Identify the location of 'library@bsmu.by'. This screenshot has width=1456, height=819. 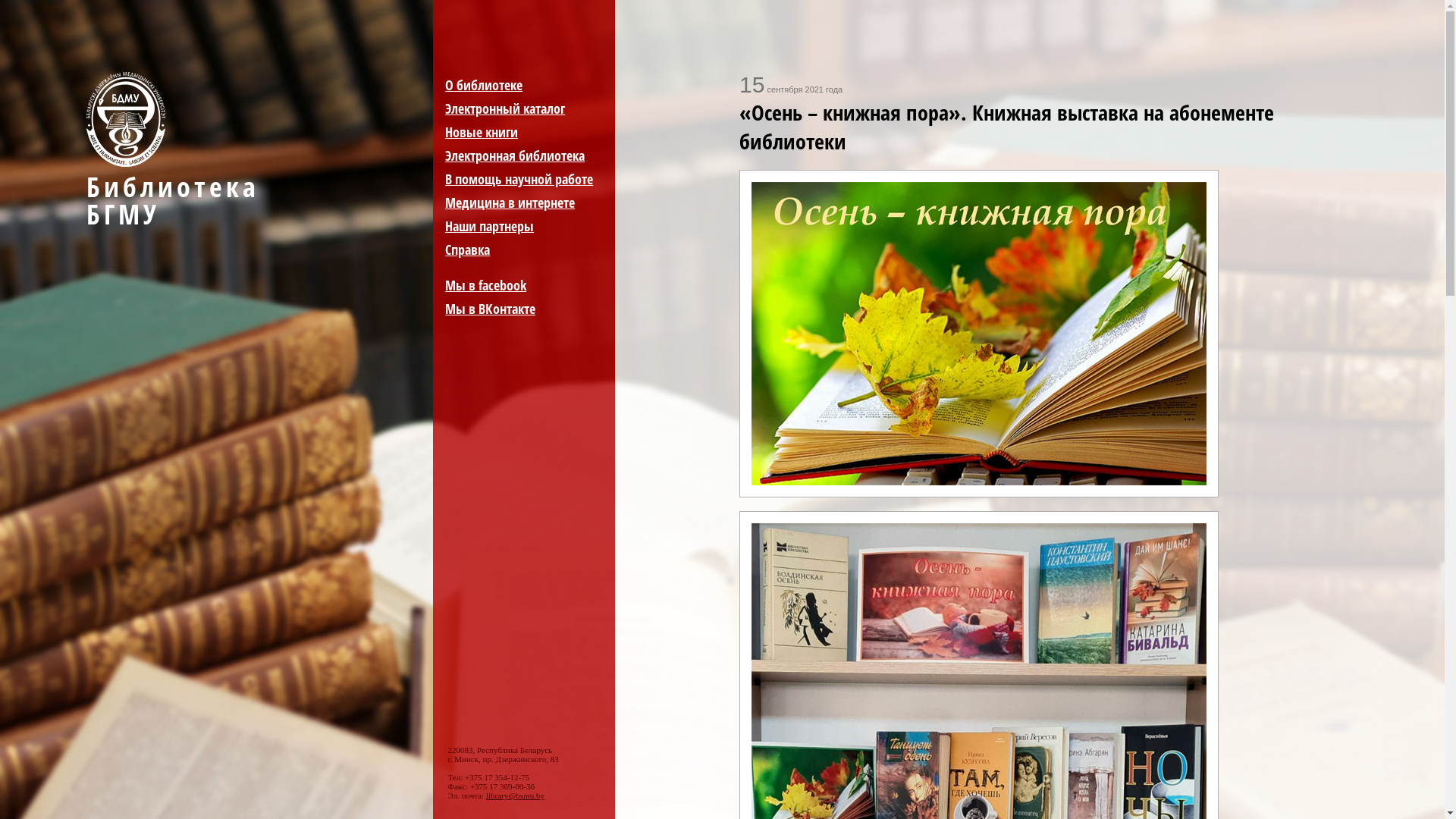
(515, 795).